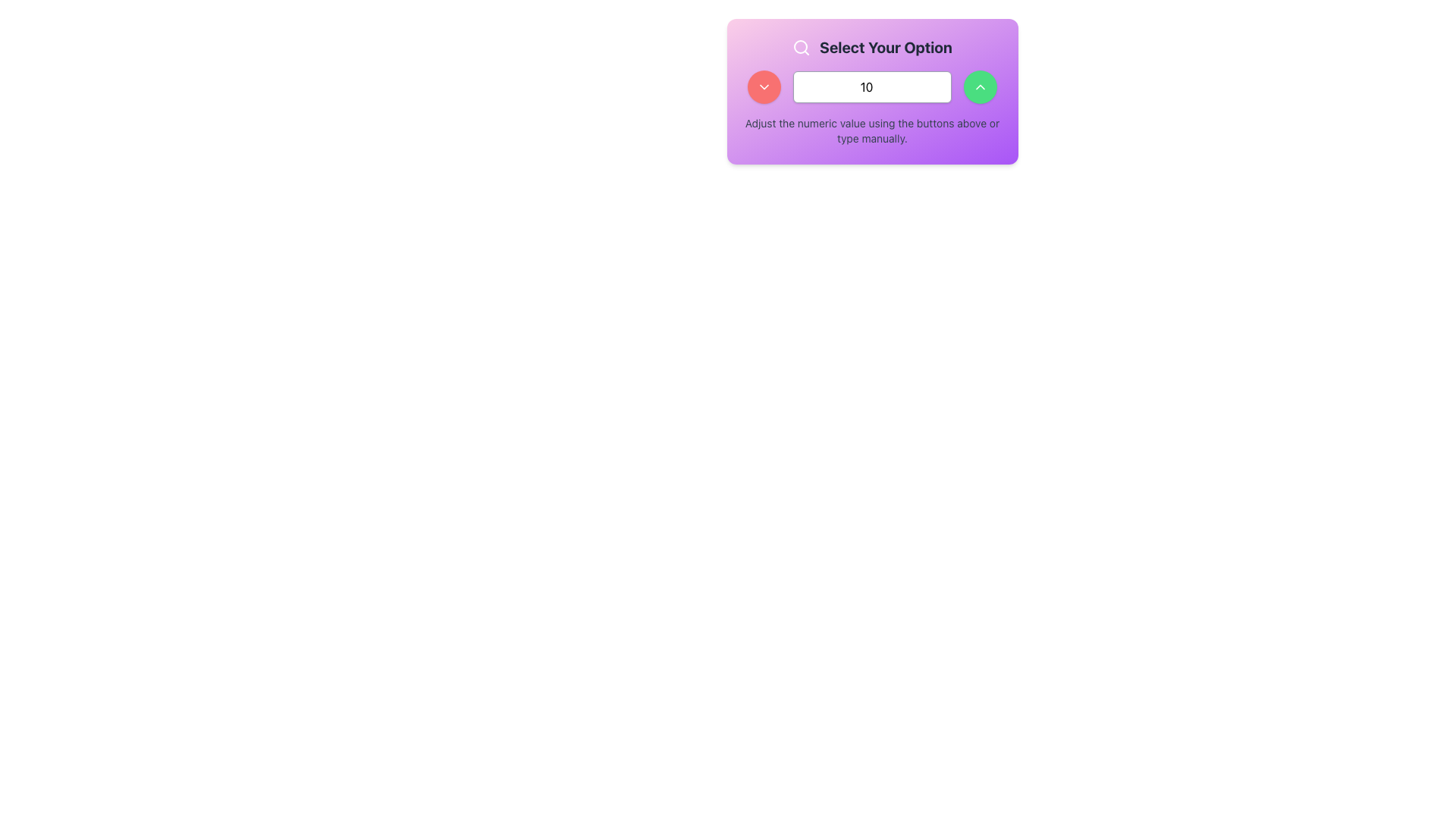  I want to click on the green circular button icon that increases the numeric value in the adjacent white input box, so click(980, 87).